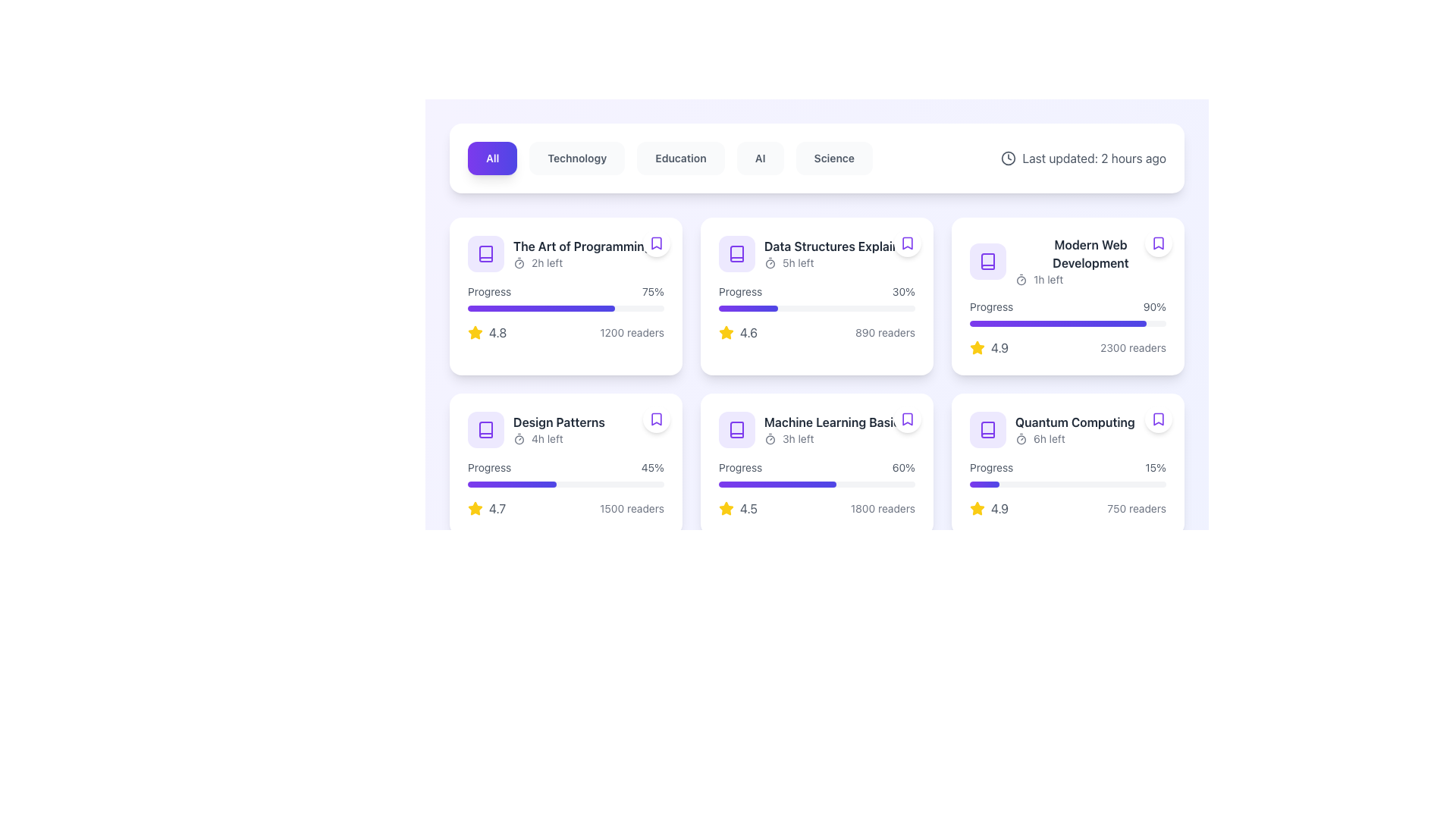 The height and width of the screenshot is (819, 1456). Describe the element at coordinates (486, 430) in the screenshot. I see `the book or course icon located in the top left corner of the card in the second row, first column of the grid layout, which has a light violet background and rounded borders` at that location.